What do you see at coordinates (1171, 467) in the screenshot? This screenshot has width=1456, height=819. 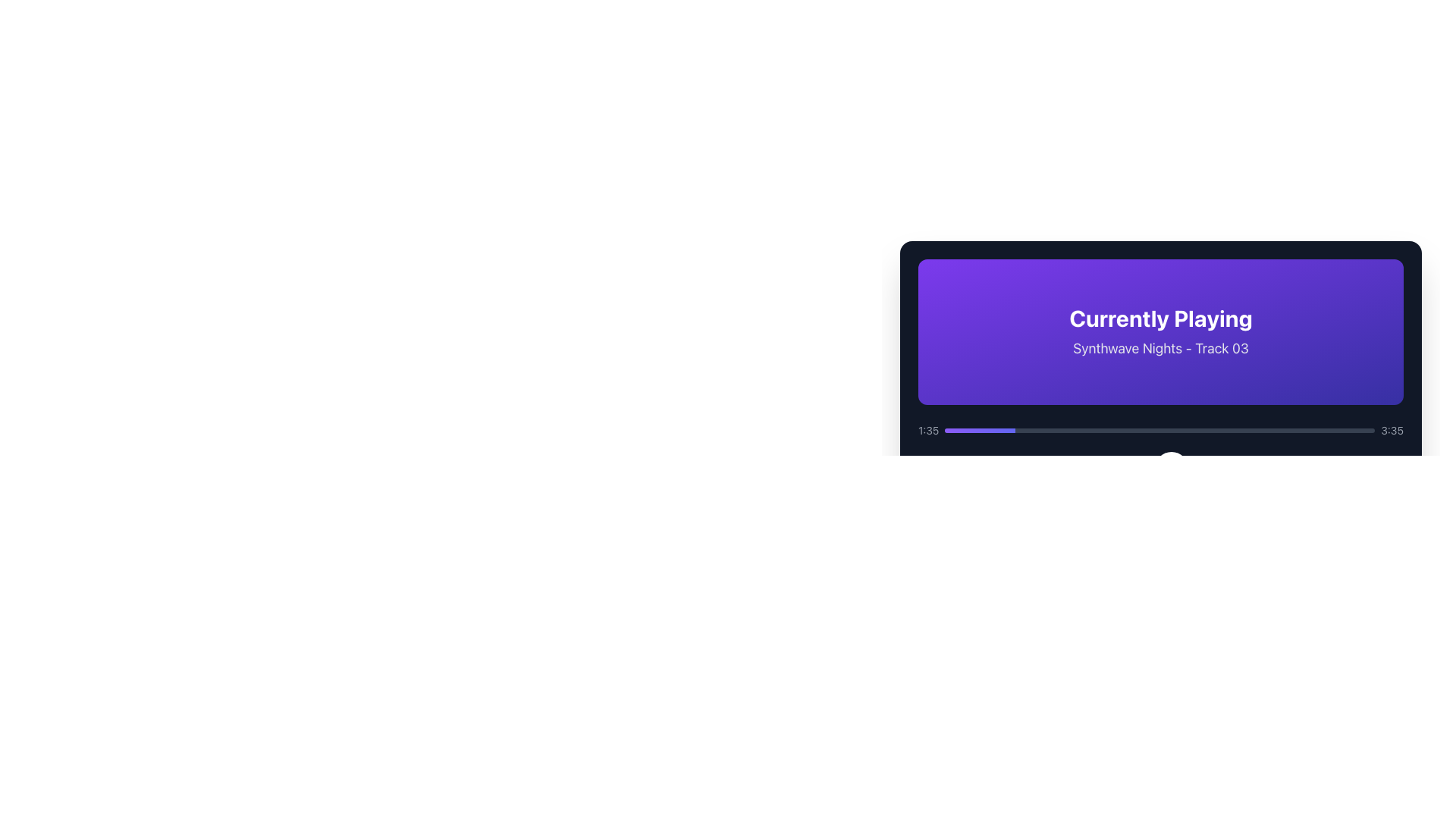 I see `the Seek bar handle, which is a small circular interactive component located centrally underneath the media player interface` at bounding box center [1171, 467].